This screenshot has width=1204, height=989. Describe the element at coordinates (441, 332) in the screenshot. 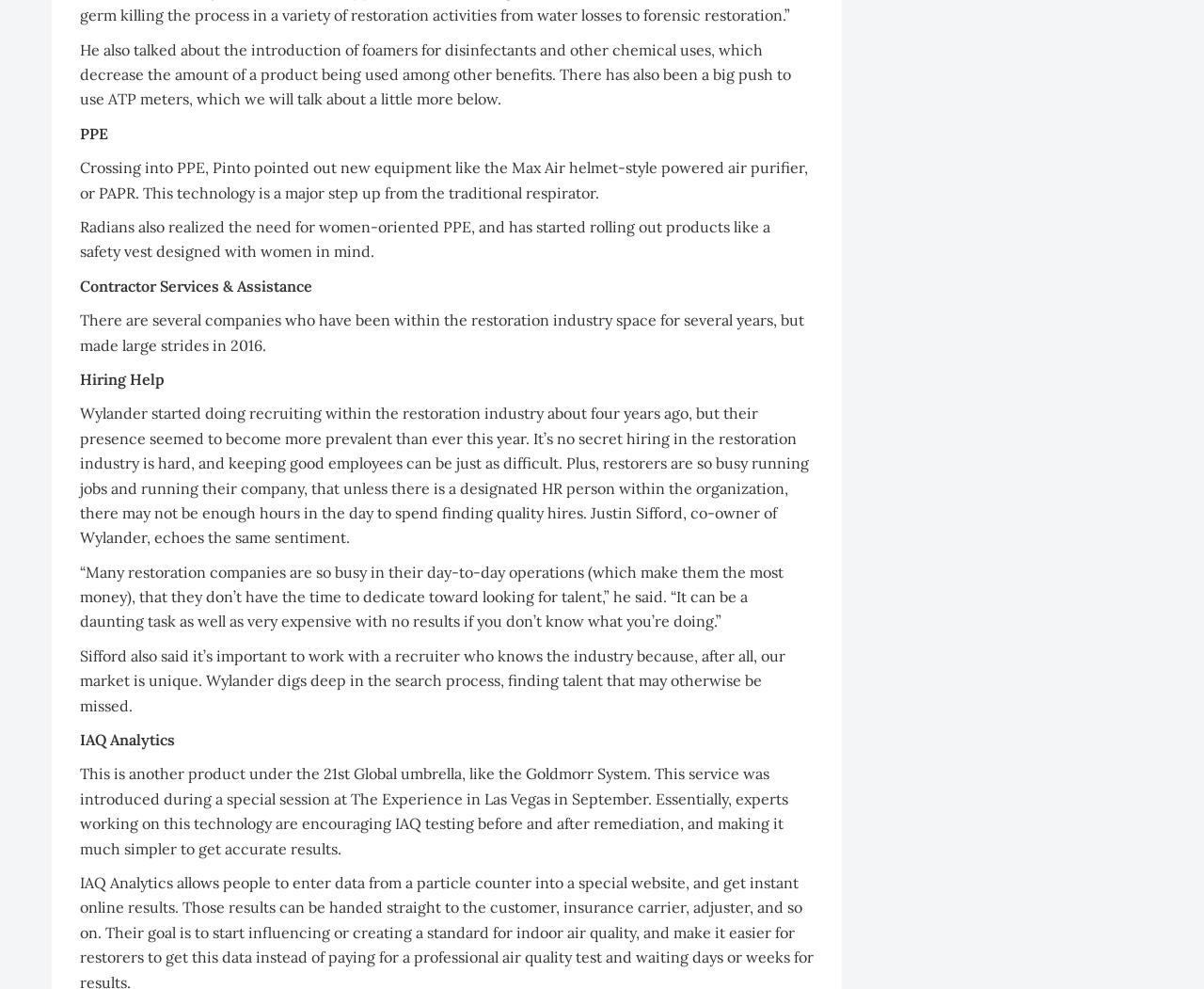

I see `'There are several companies who have been within the restoration industry space for several years, but made large strides in 2016.'` at that location.